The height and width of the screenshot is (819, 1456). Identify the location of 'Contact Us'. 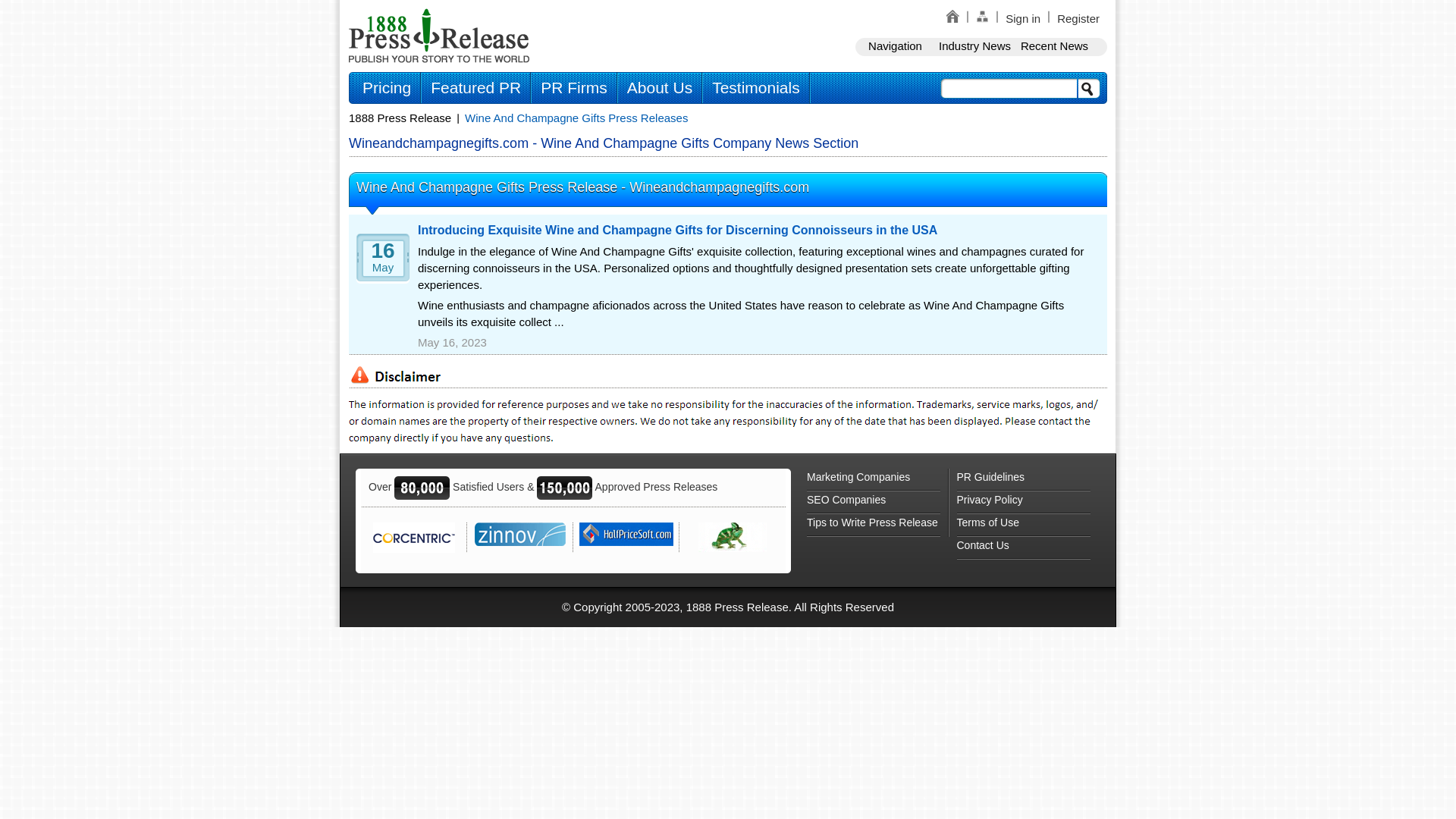
(1023, 548).